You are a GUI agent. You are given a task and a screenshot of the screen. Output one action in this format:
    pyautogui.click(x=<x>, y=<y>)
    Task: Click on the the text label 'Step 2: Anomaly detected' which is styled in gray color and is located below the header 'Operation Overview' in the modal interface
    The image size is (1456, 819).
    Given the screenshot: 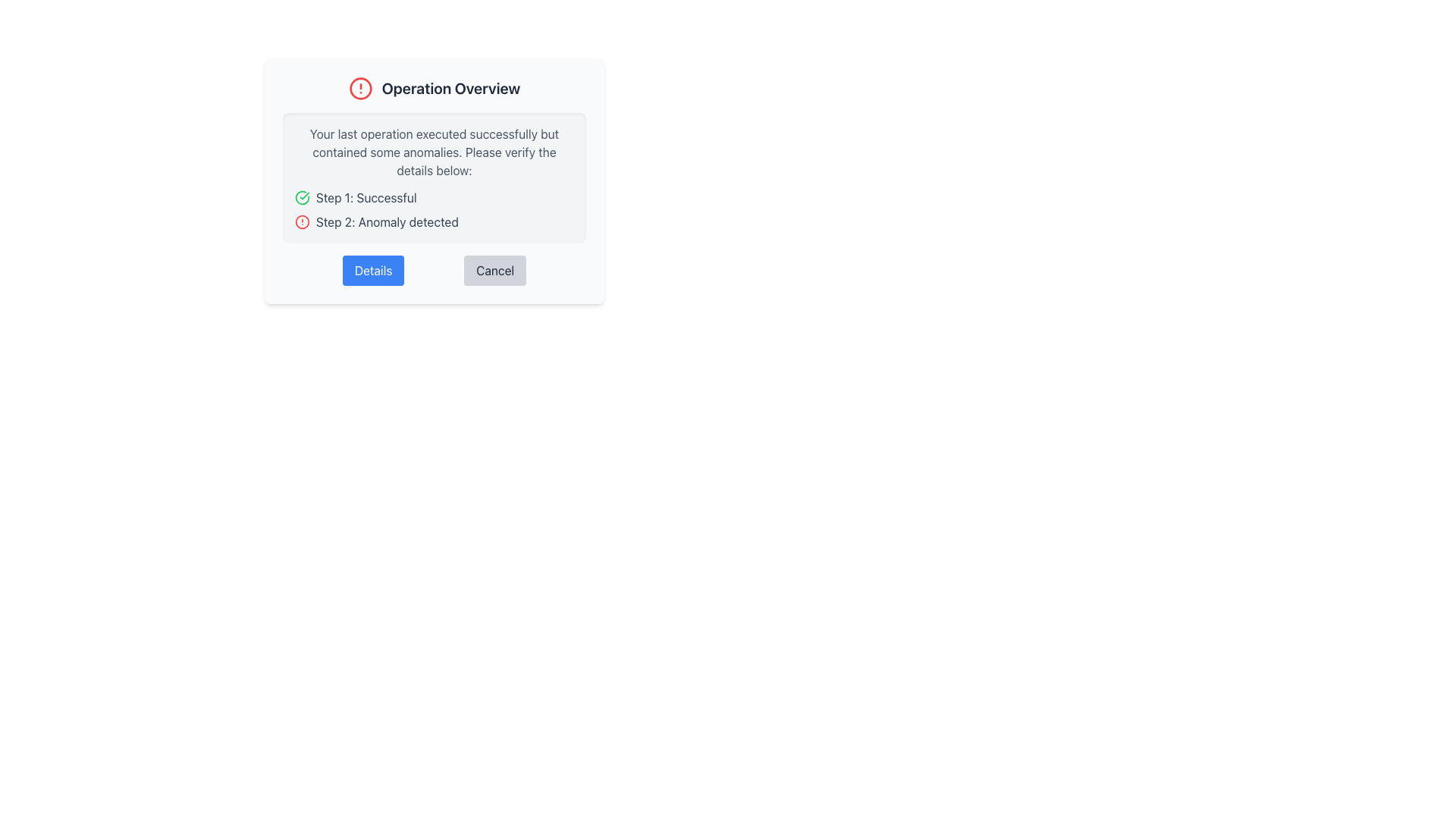 What is the action you would take?
    pyautogui.click(x=387, y=222)
    